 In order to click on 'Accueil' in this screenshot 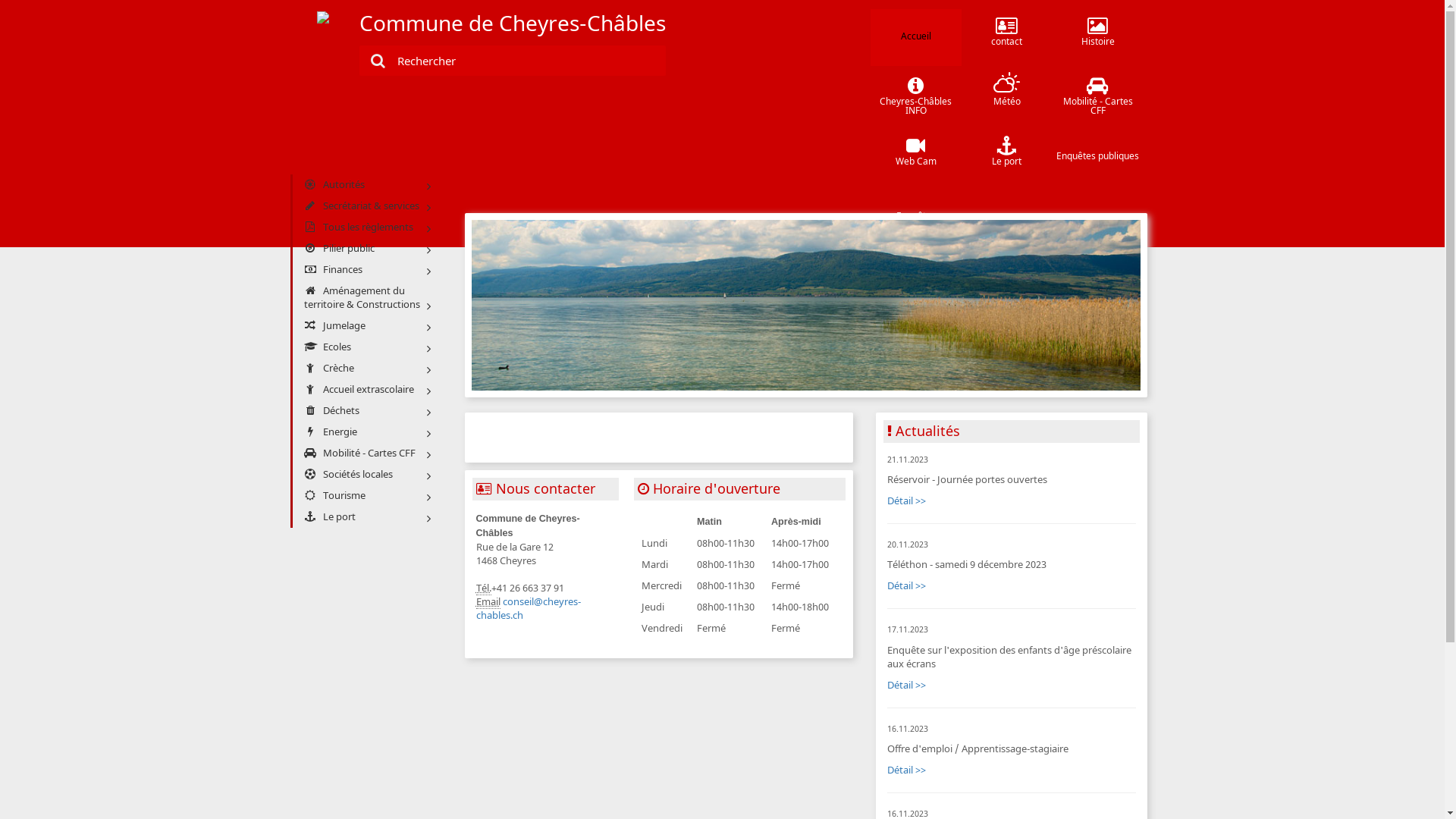, I will do `click(915, 36)`.